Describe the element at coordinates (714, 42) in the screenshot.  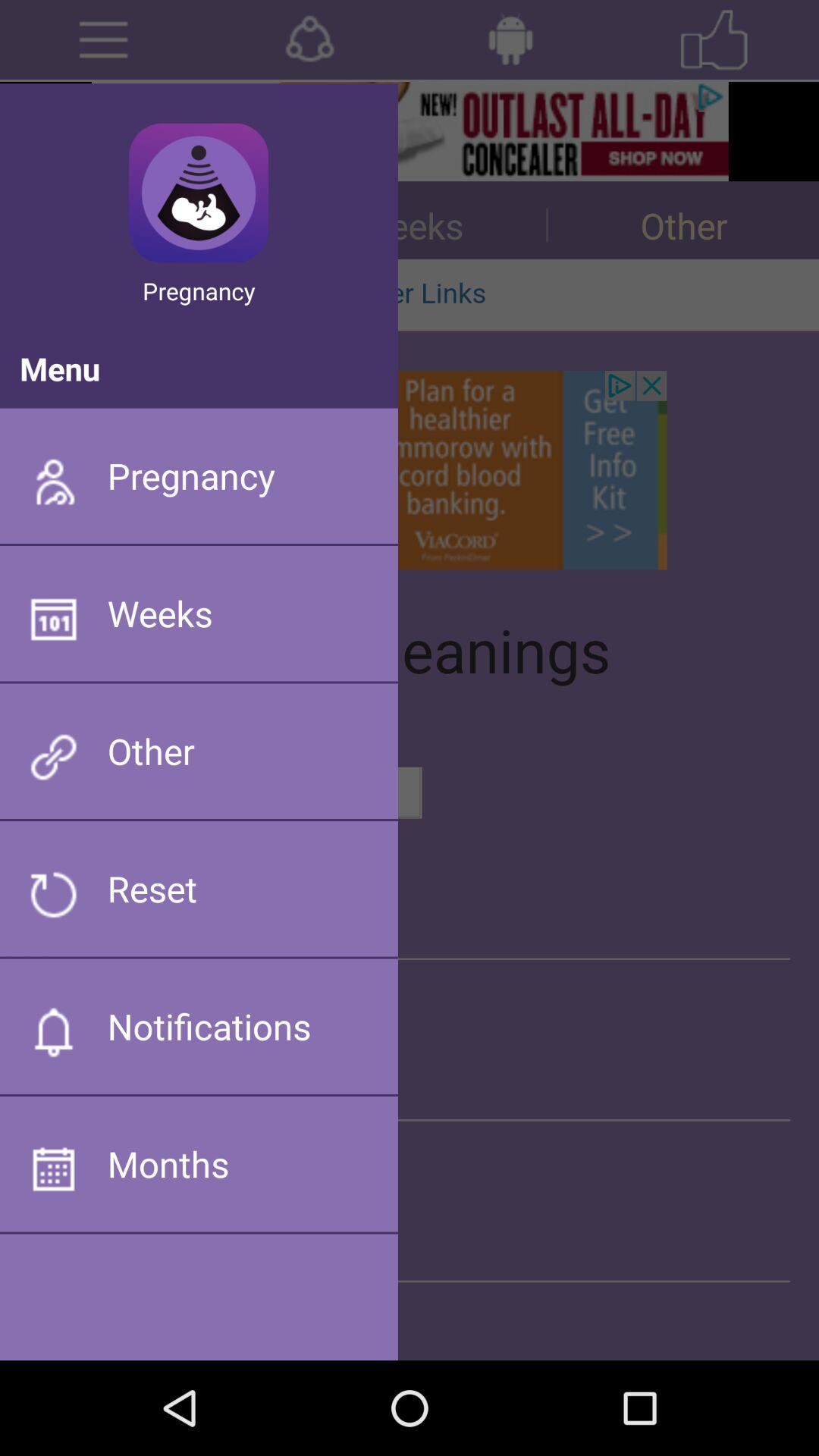
I see `the star icon` at that location.